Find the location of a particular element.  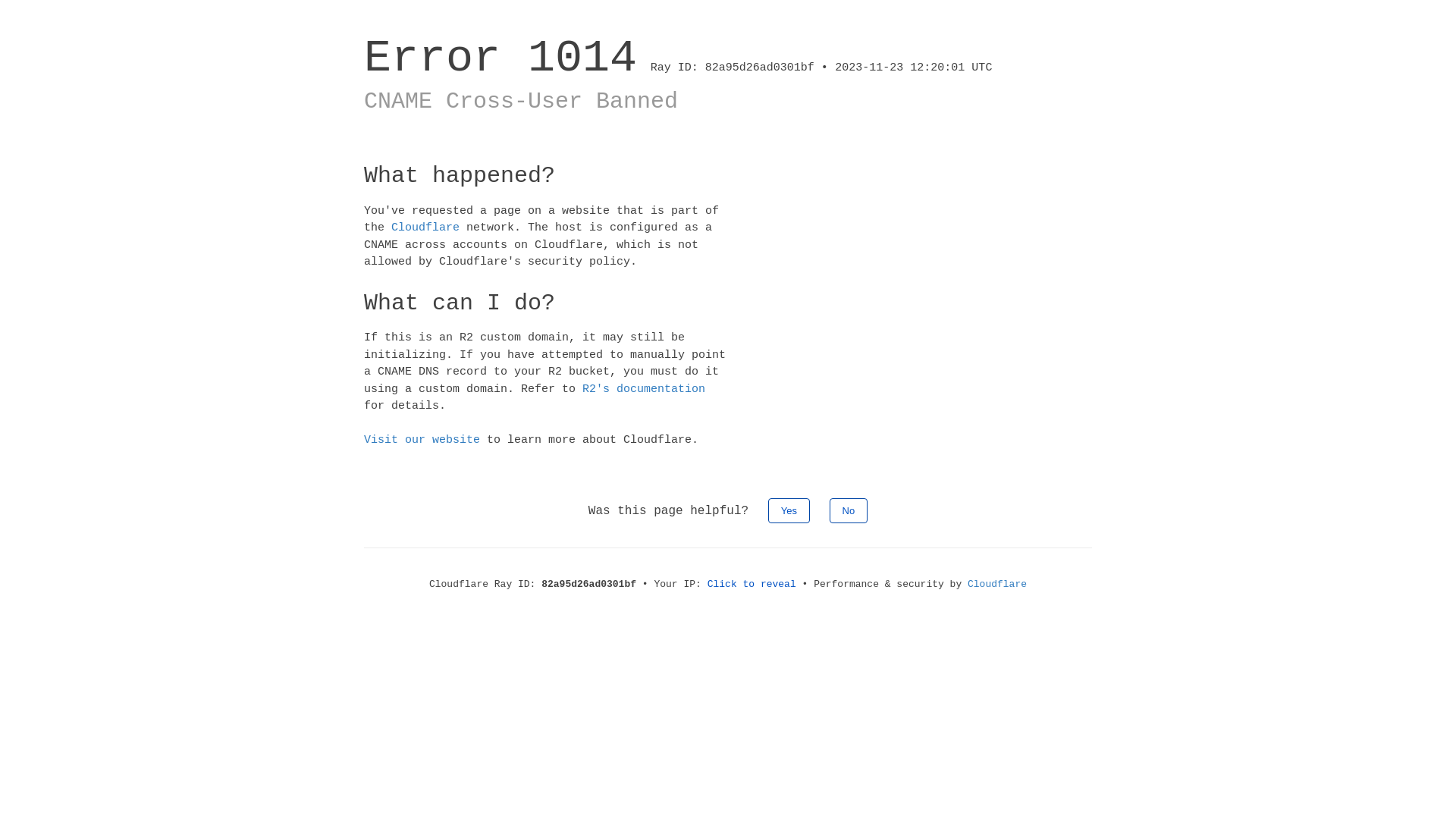

'Yes' is located at coordinates (767, 510).